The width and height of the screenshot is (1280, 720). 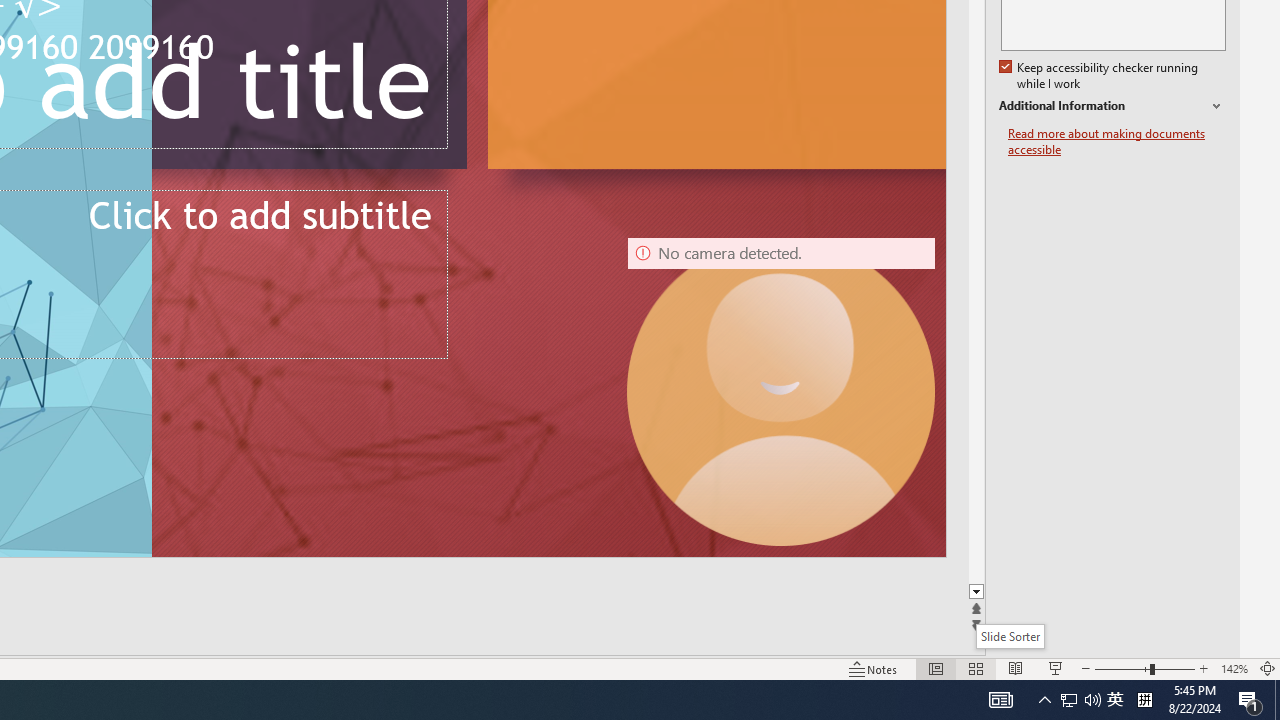 I want to click on 'Normal', so click(x=935, y=669).